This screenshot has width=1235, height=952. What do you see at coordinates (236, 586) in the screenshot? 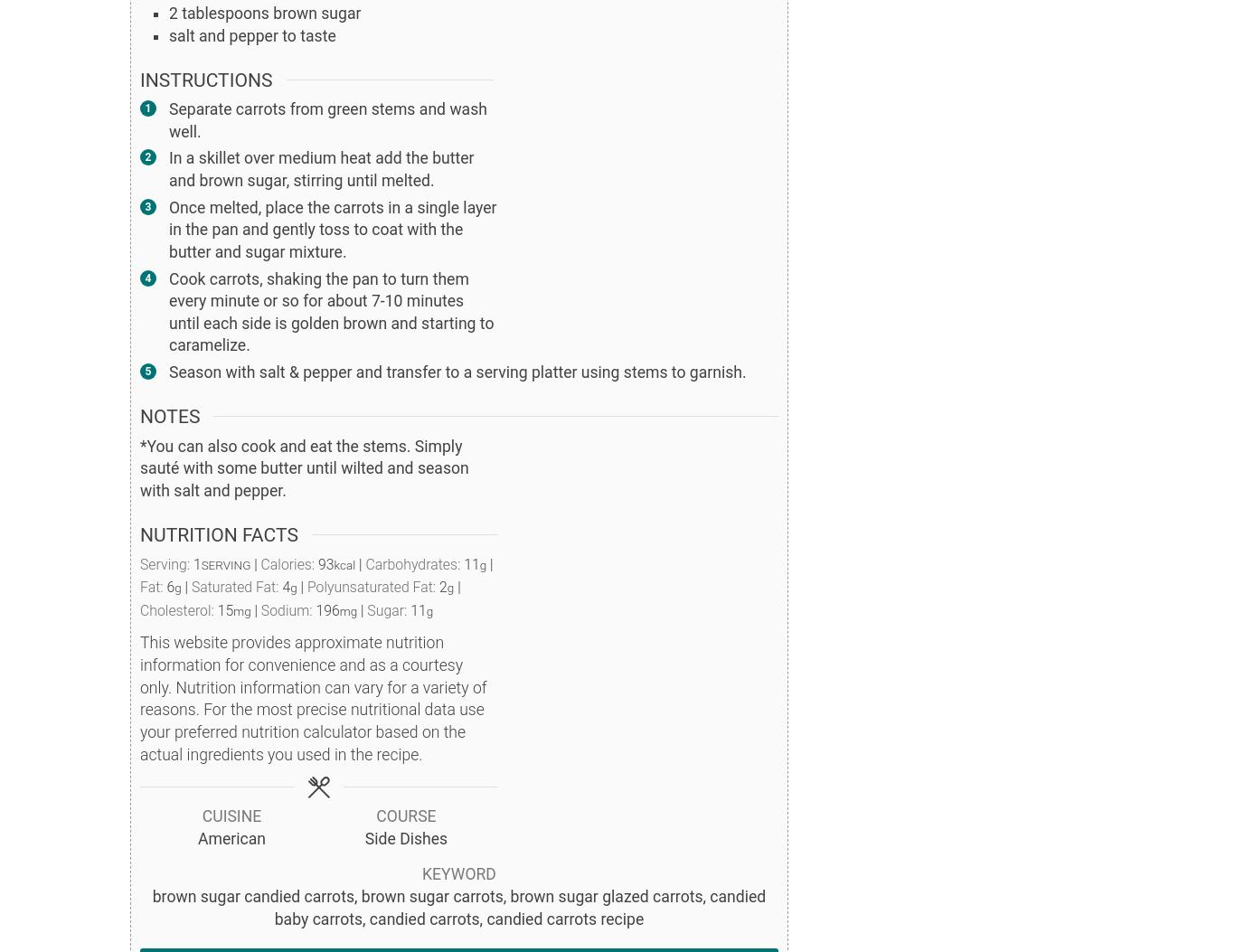
I see `'Saturated Fat:'` at bounding box center [236, 586].